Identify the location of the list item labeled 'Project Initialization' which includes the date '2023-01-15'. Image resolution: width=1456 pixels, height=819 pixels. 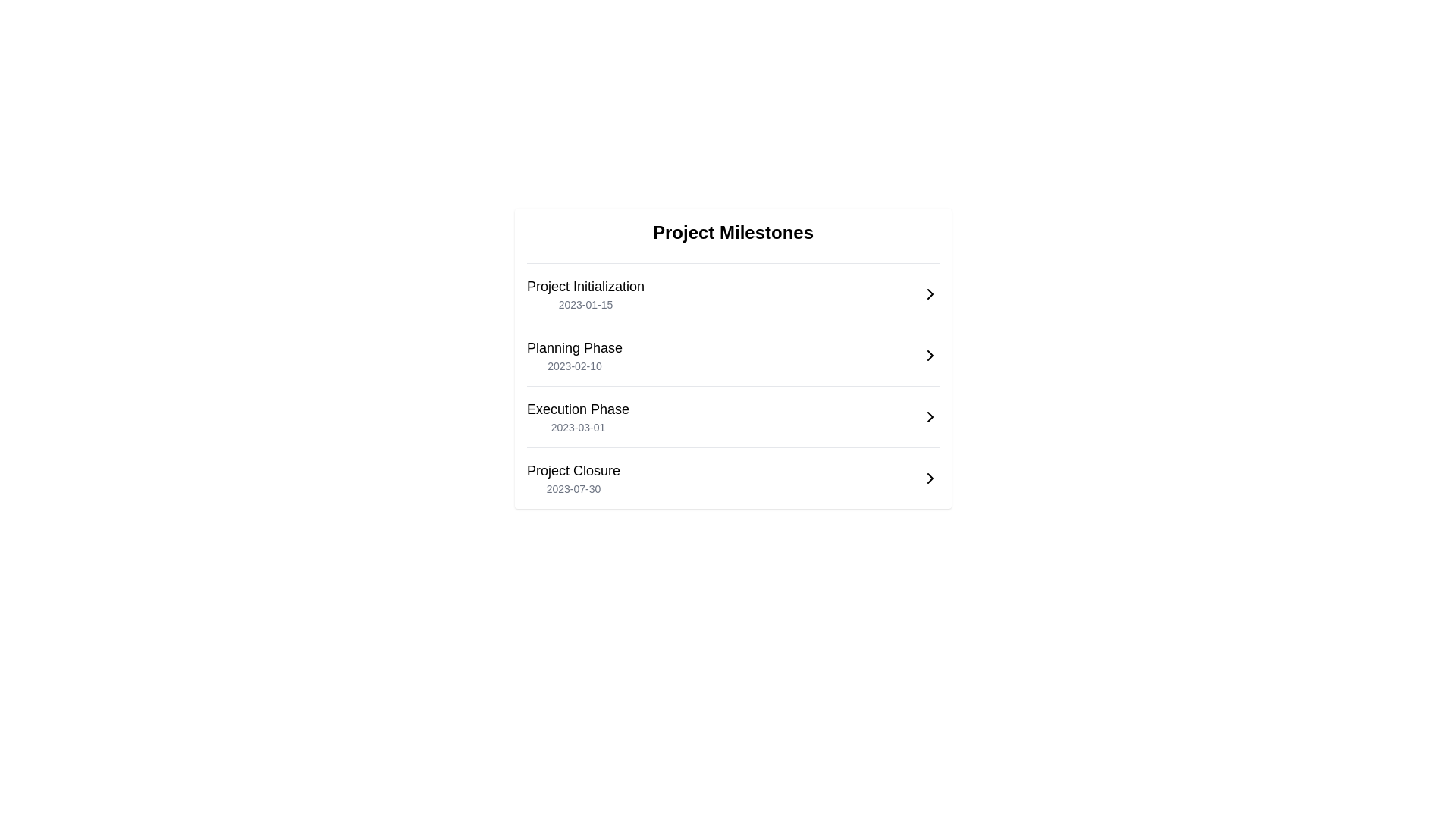
(585, 294).